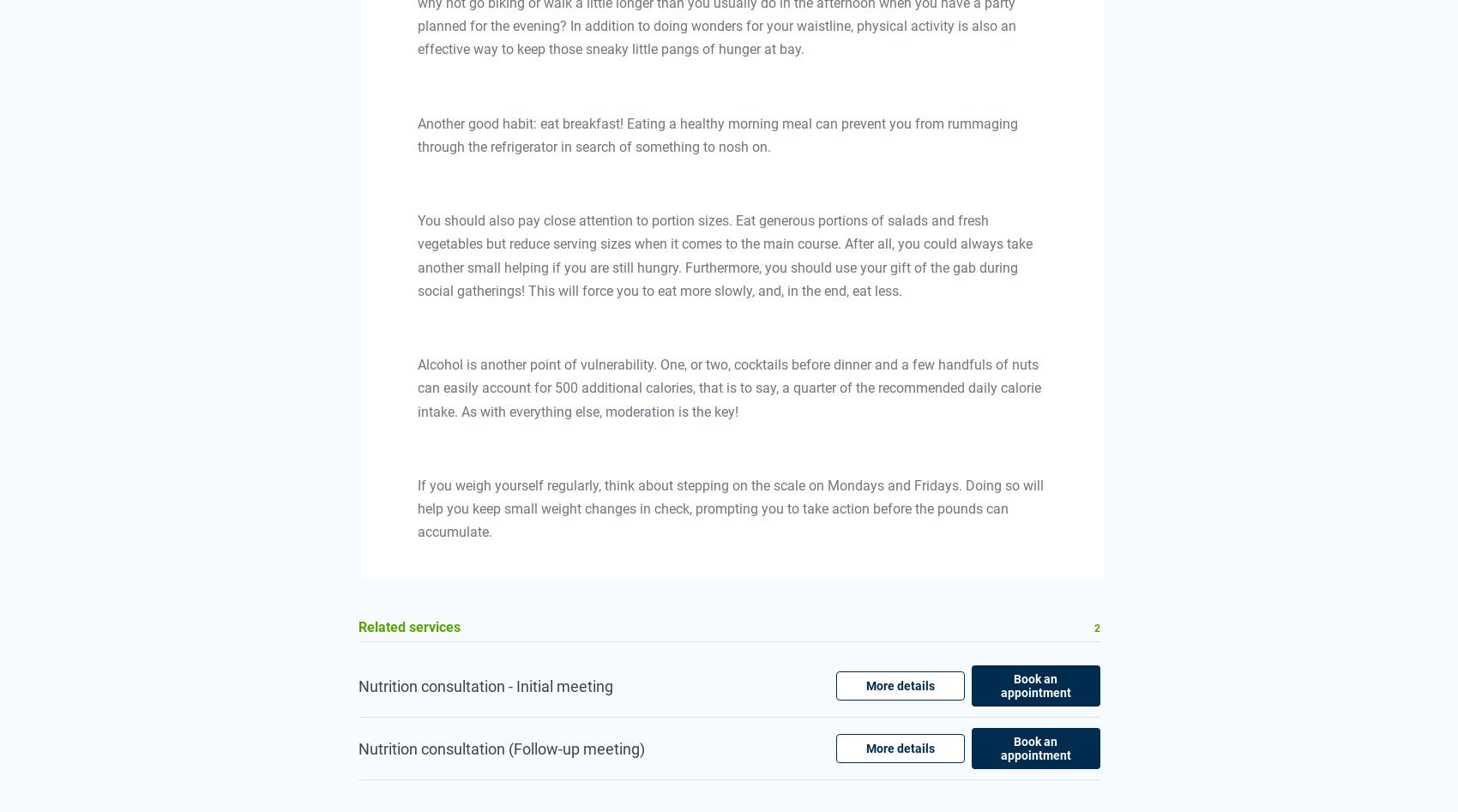 Image resolution: width=1458 pixels, height=812 pixels. I want to click on 'Alcohol is another point of vulnerability. One, or two, cocktails before dinner and a few handfuls of nuts can easily account for 500 additional calories, that is to say, a quarter of the recommended daily calorie intake. As with everything else, moderation is the key!', so click(727, 388).